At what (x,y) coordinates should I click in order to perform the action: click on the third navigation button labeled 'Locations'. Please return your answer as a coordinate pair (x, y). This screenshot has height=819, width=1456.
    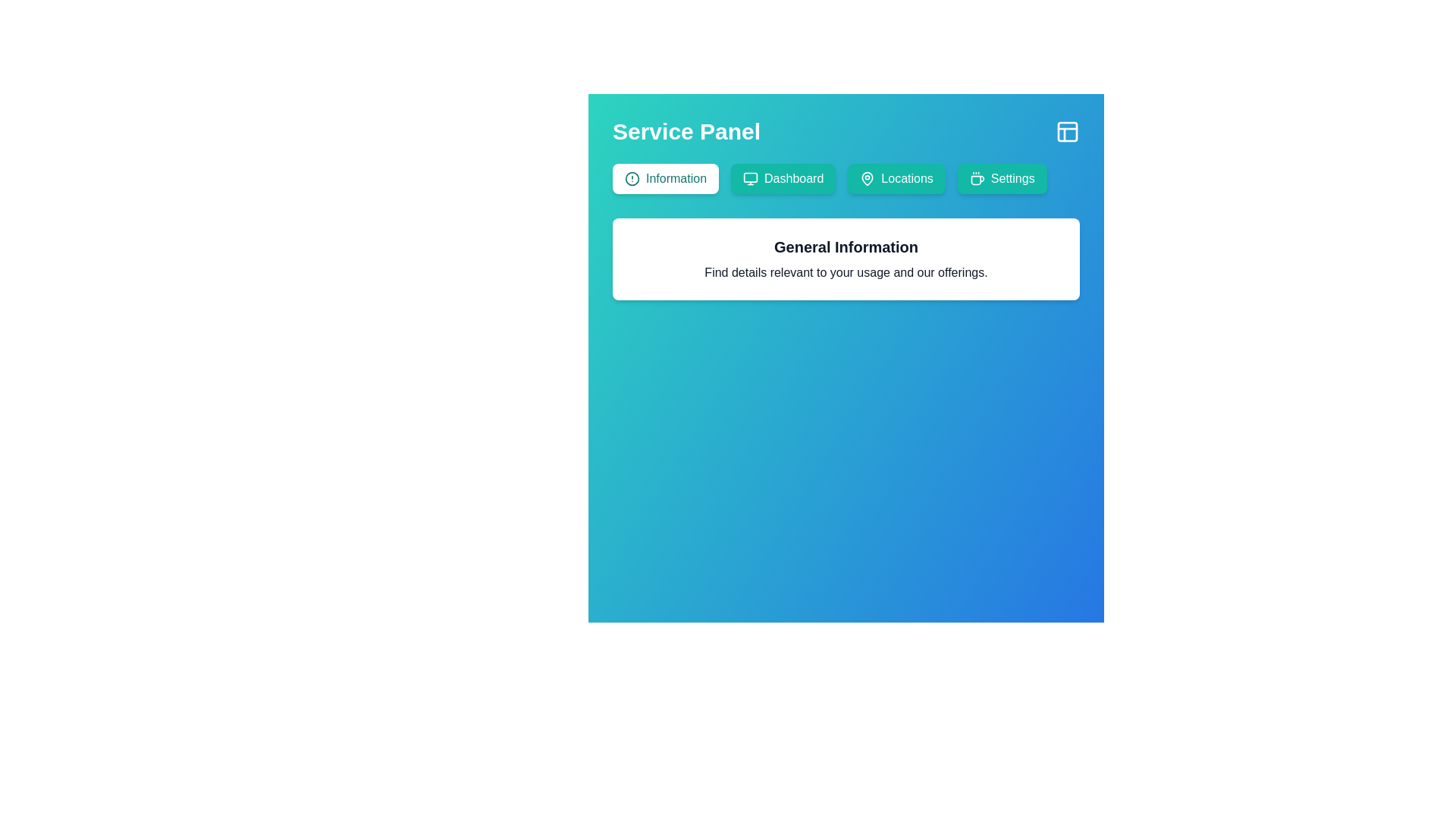
    Looking at the image, I should click on (896, 177).